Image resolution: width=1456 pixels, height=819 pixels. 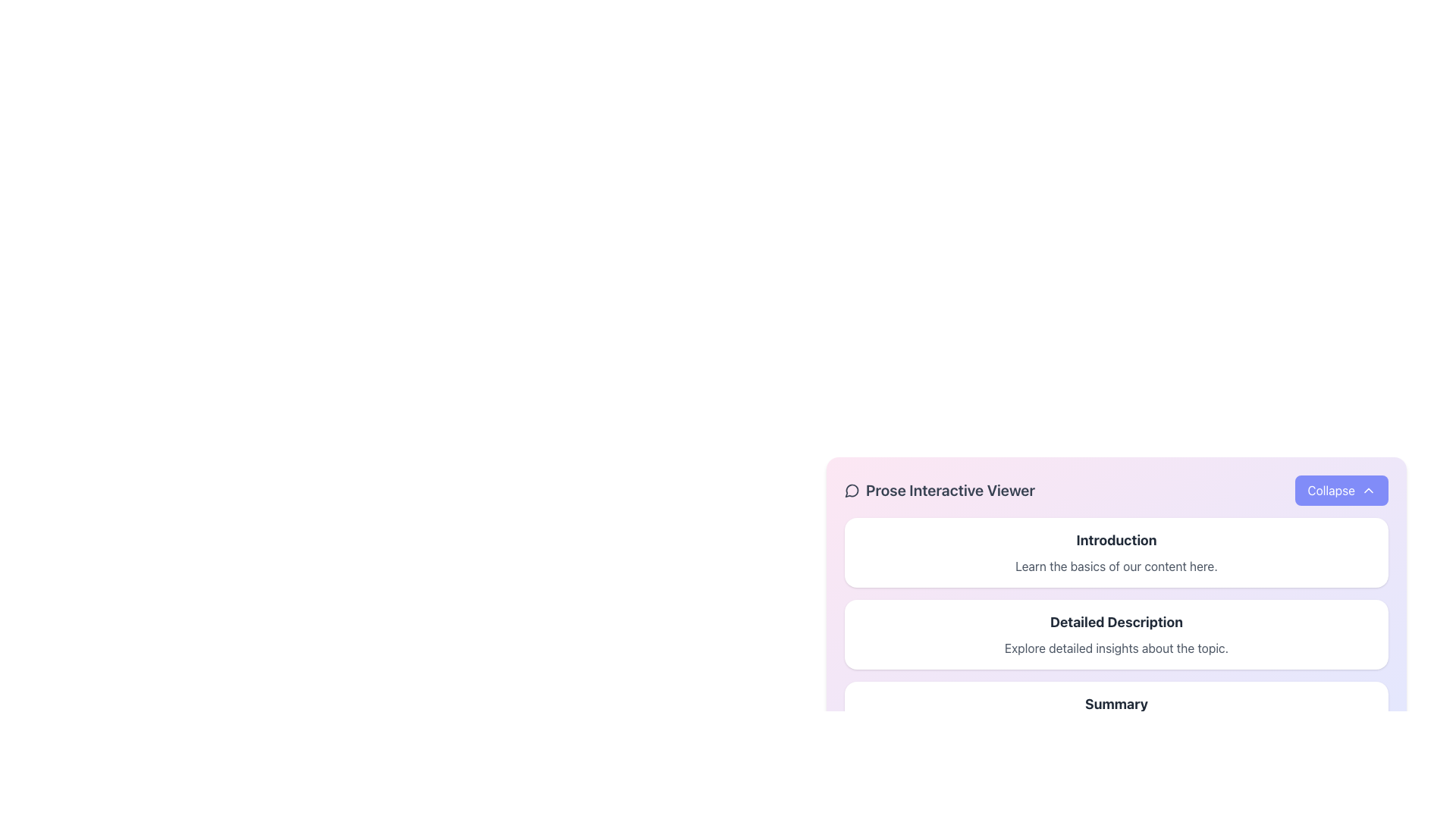 I want to click on the second content block, which is located between the 'Introduction' and 'Summary' sections, providing a description and links to more information, so click(x=1116, y=635).